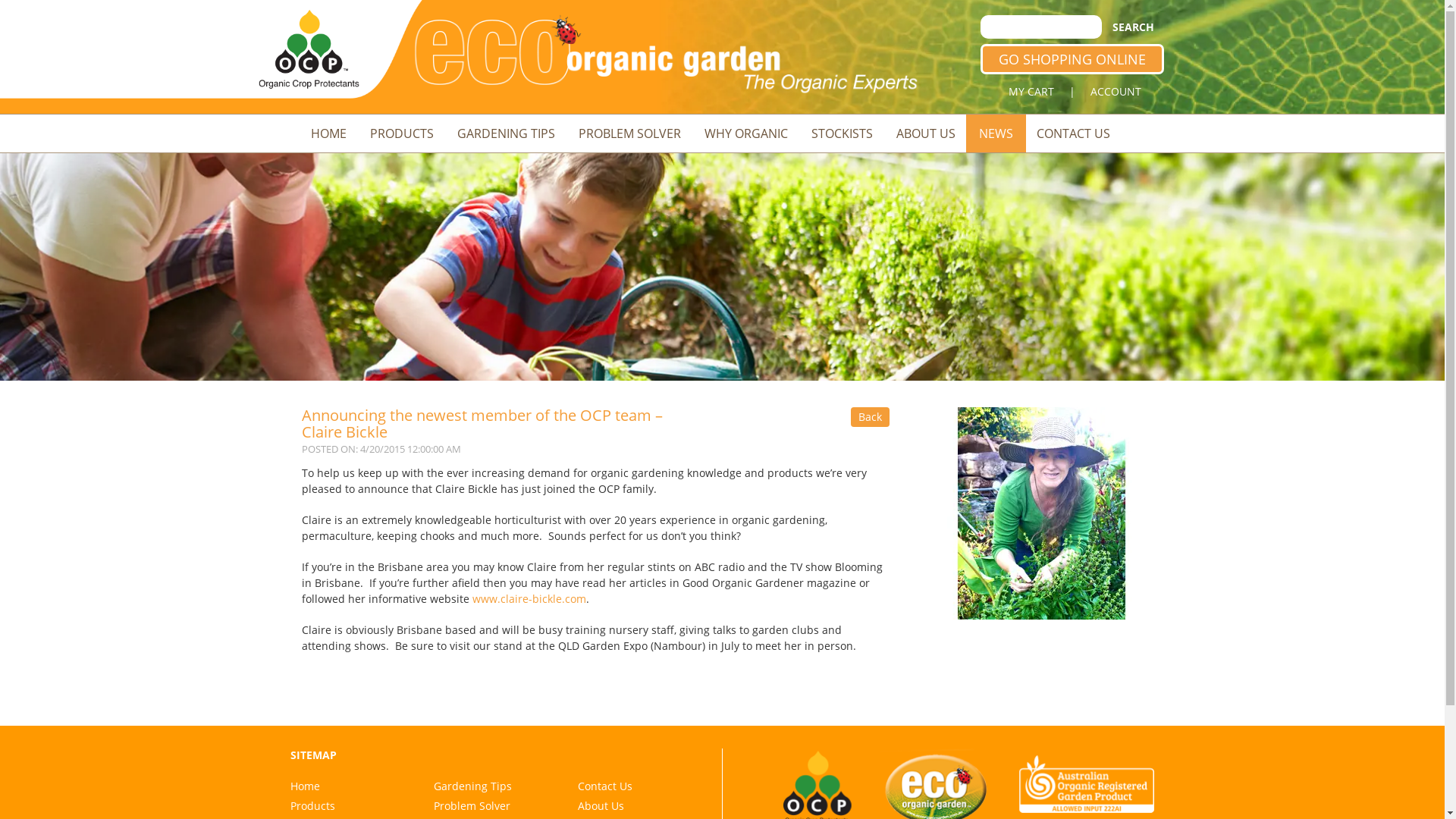  I want to click on 'PRODUCTS', so click(400, 133).